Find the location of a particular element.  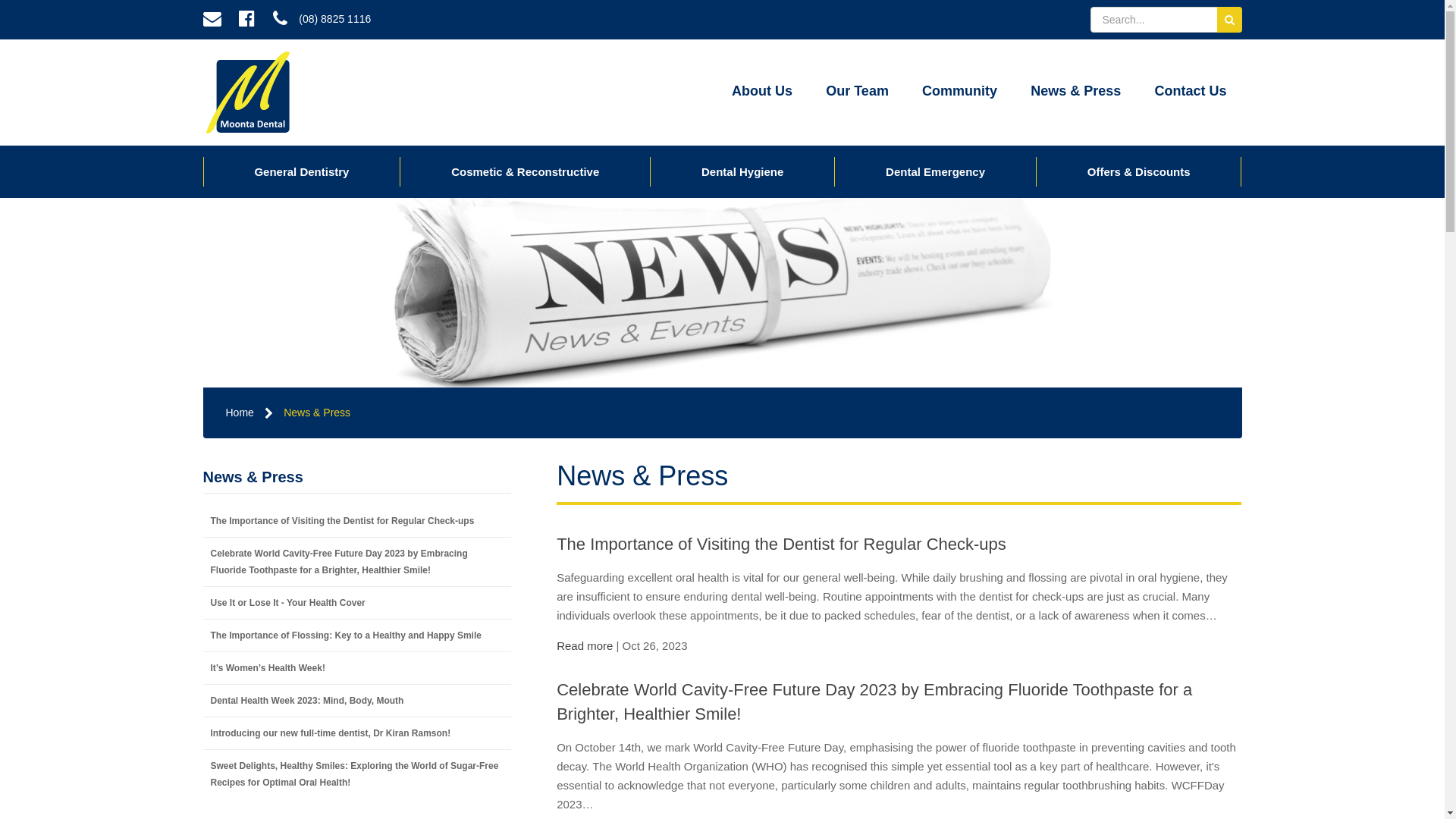

'Contact us via email' is located at coordinates (195, 20).